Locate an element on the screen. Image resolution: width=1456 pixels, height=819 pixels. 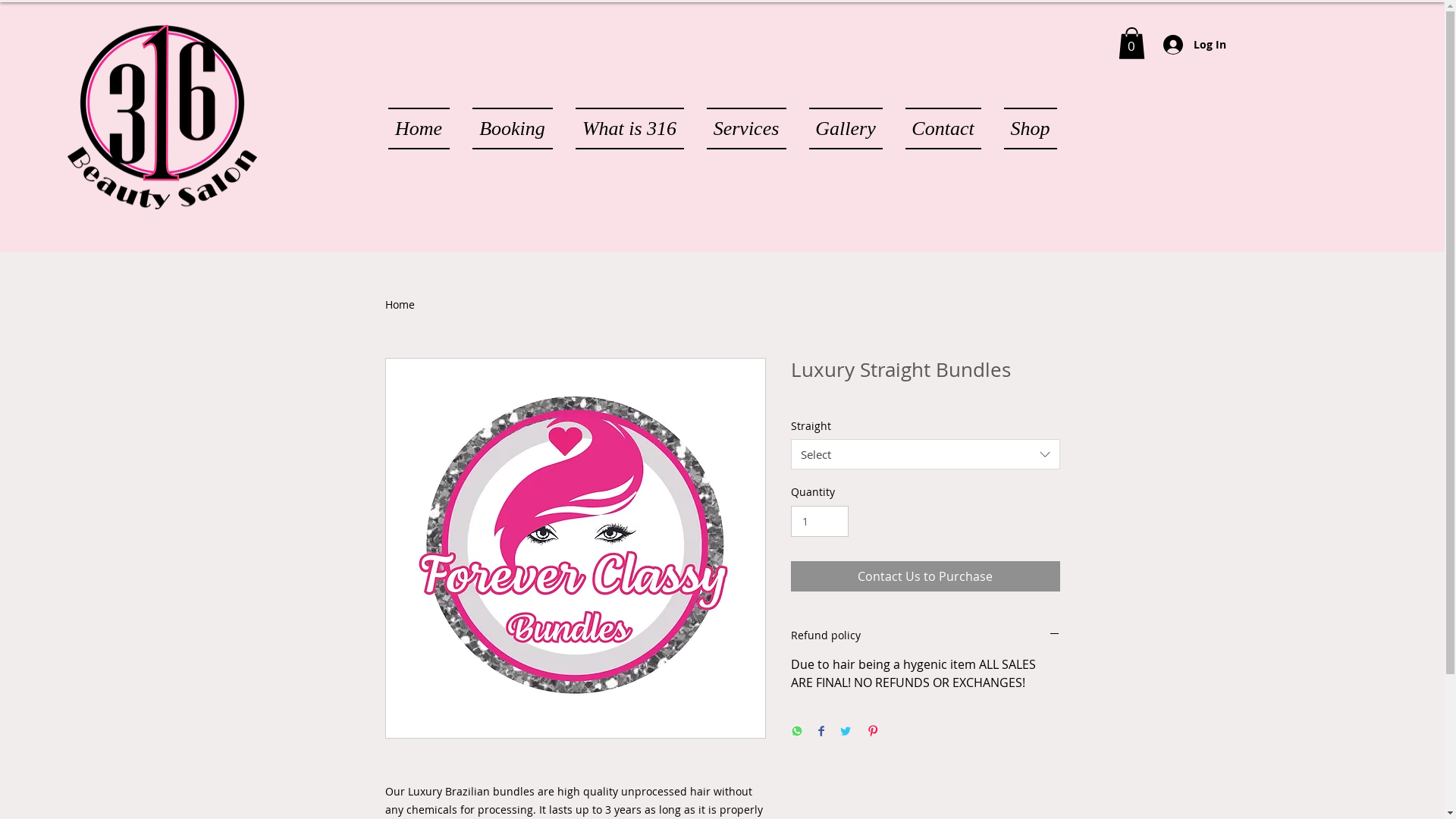
'Shop' is located at coordinates (1024, 127).